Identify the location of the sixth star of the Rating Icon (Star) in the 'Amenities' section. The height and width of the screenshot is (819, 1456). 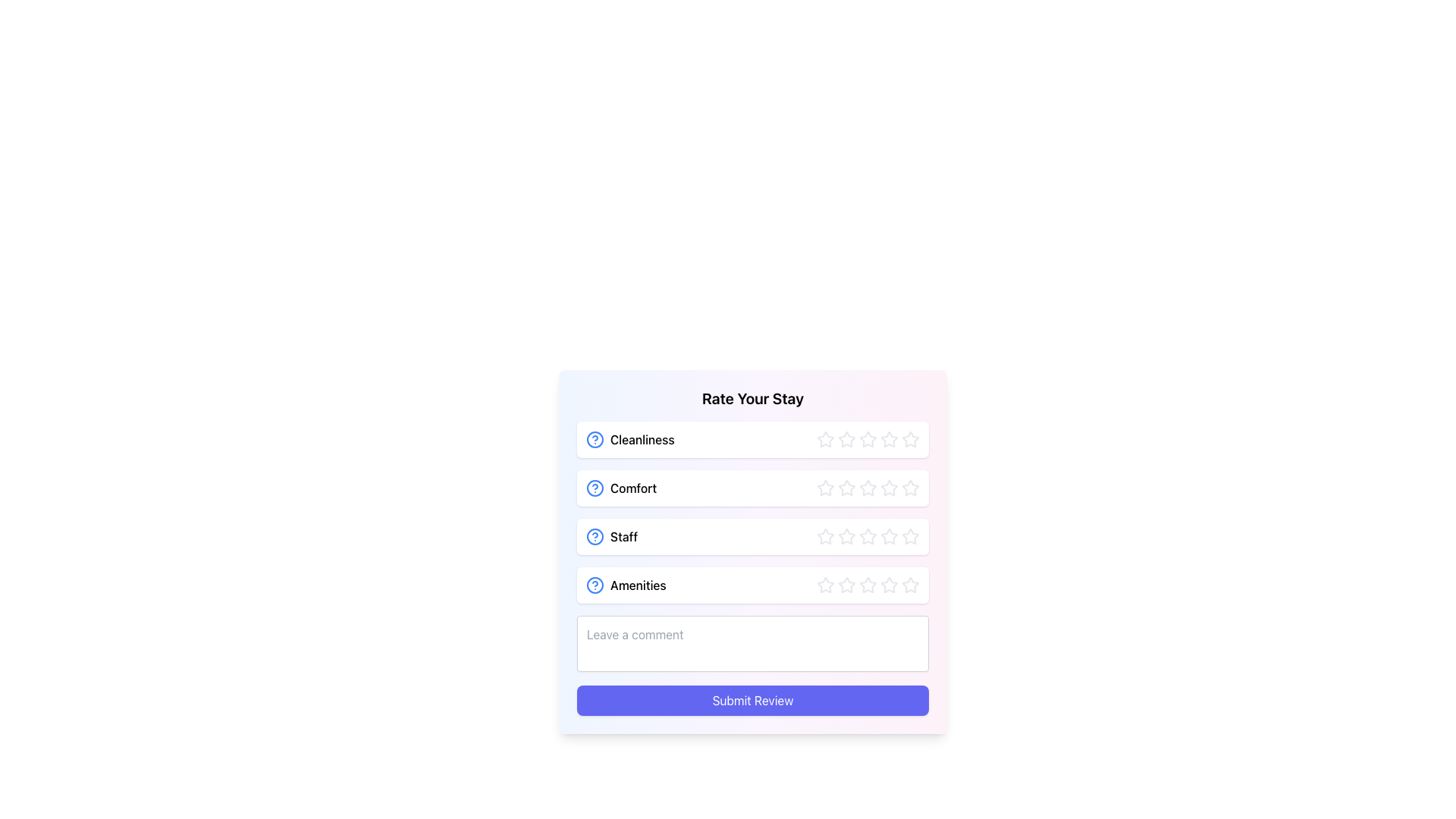
(889, 584).